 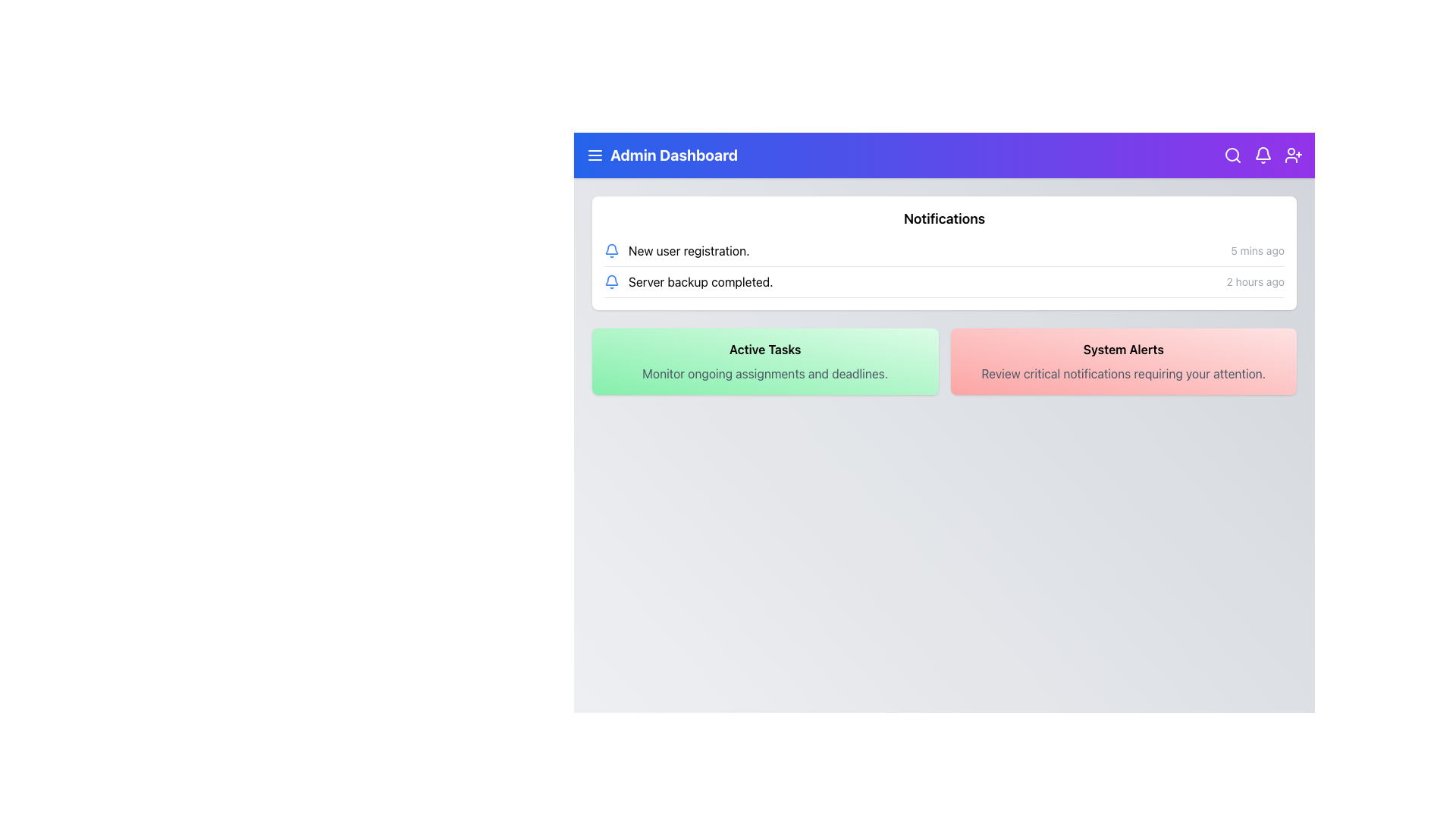 I want to click on the second notification entry in the notification list that informs the user about completed server backup operations, located below the 'New user registration.' notification and to the right of the bell icon, so click(x=700, y=281).